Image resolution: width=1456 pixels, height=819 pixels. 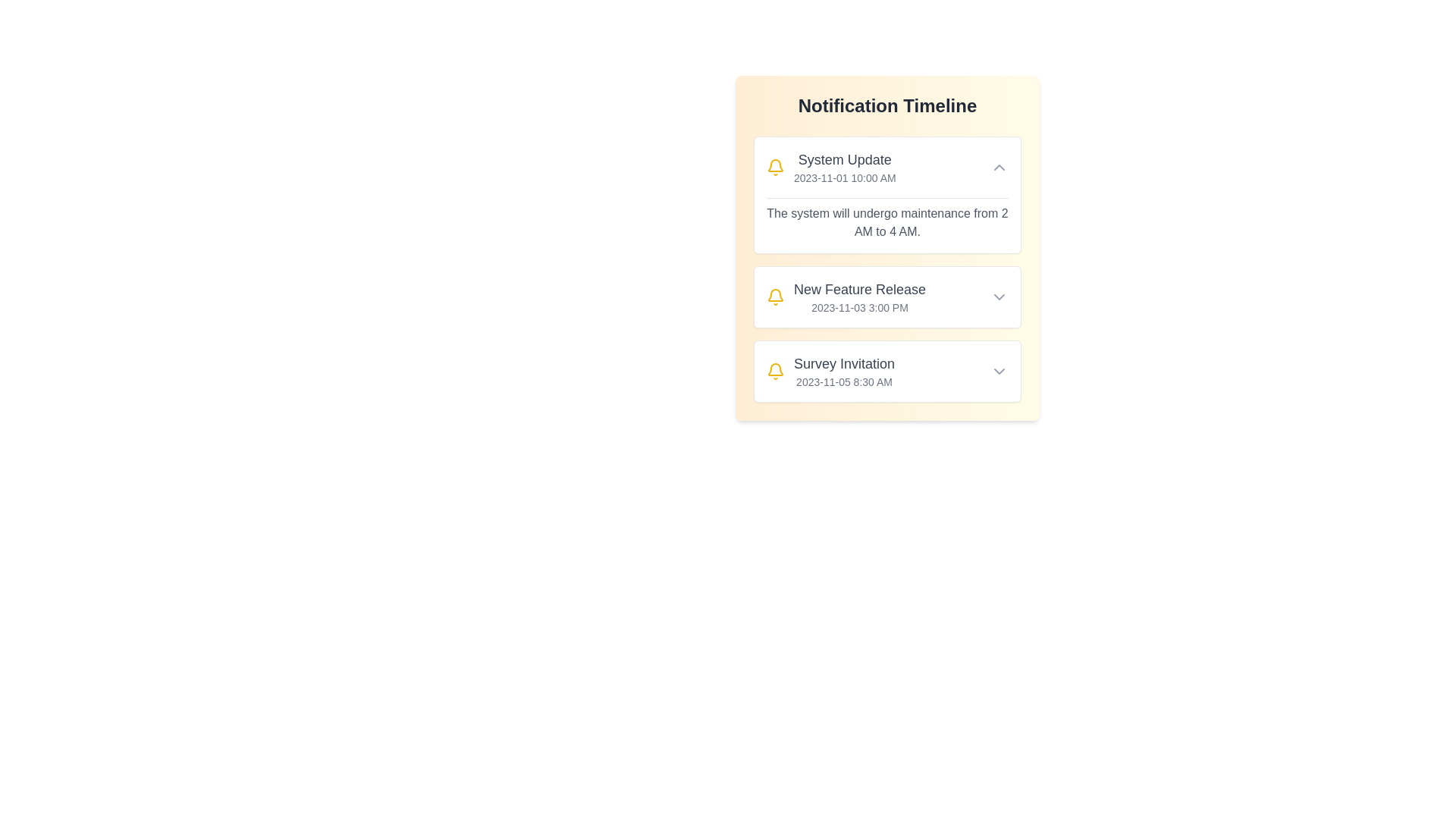 I want to click on the timestamp text label of the 'Survey Invitation' notification, which is located in the right bottom segment of the card, directly below the 'Survey Invitation' title text, so click(x=843, y=381).